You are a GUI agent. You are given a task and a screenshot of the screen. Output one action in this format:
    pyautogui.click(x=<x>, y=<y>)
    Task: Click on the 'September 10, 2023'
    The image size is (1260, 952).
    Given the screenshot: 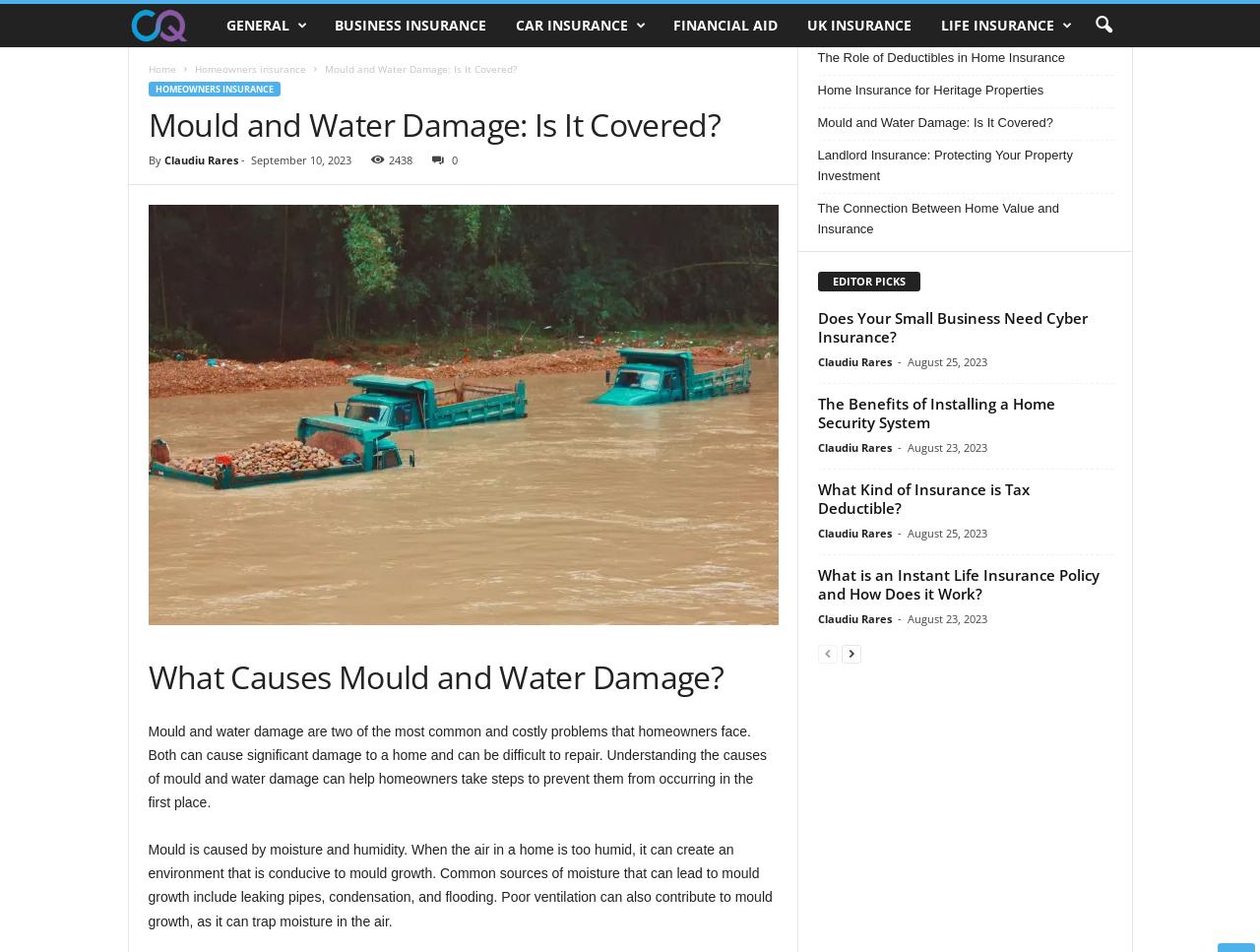 What is the action you would take?
    pyautogui.click(x=299, y=159)
    